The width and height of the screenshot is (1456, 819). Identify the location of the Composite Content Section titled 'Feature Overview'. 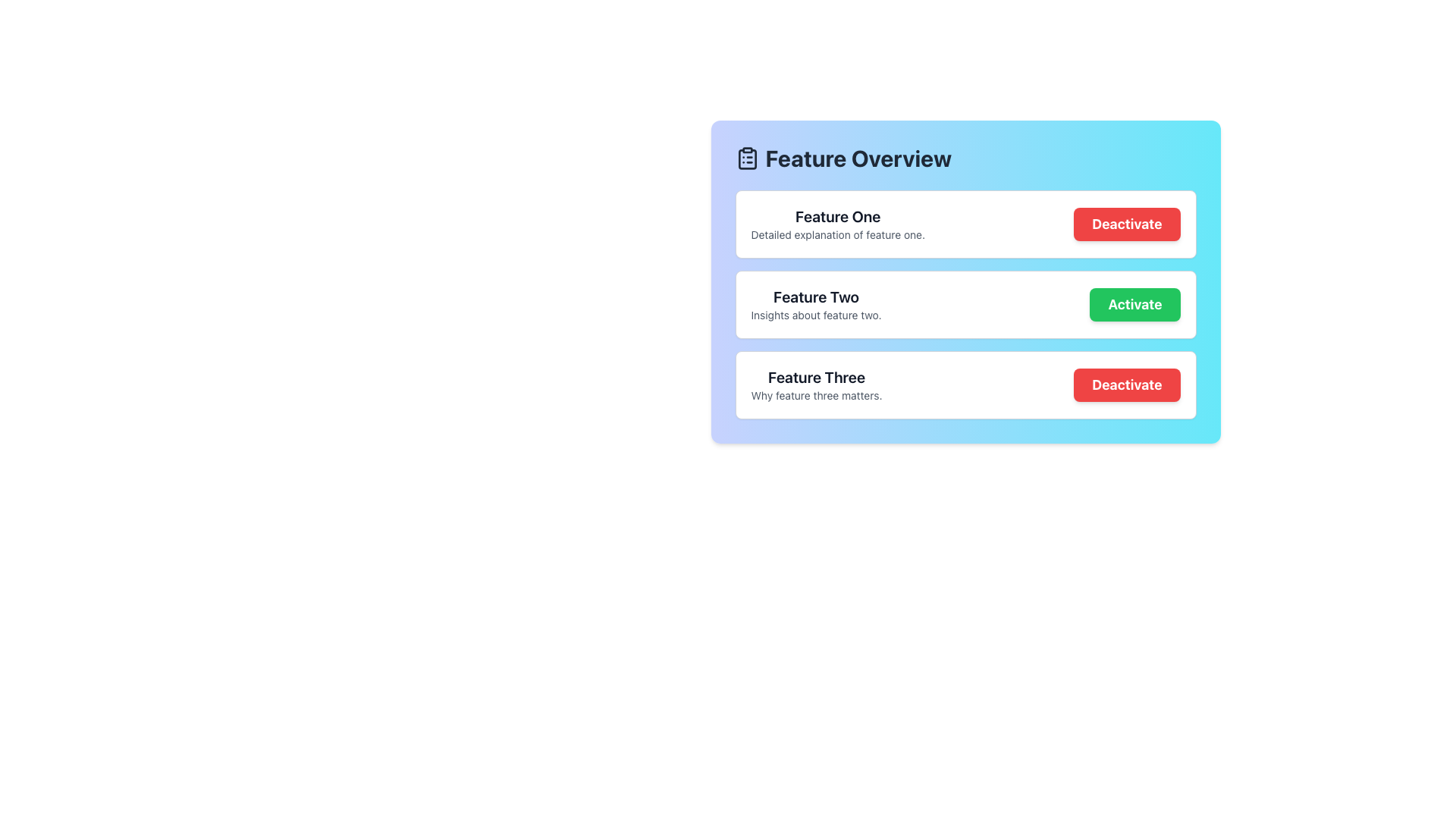
(965, 281).